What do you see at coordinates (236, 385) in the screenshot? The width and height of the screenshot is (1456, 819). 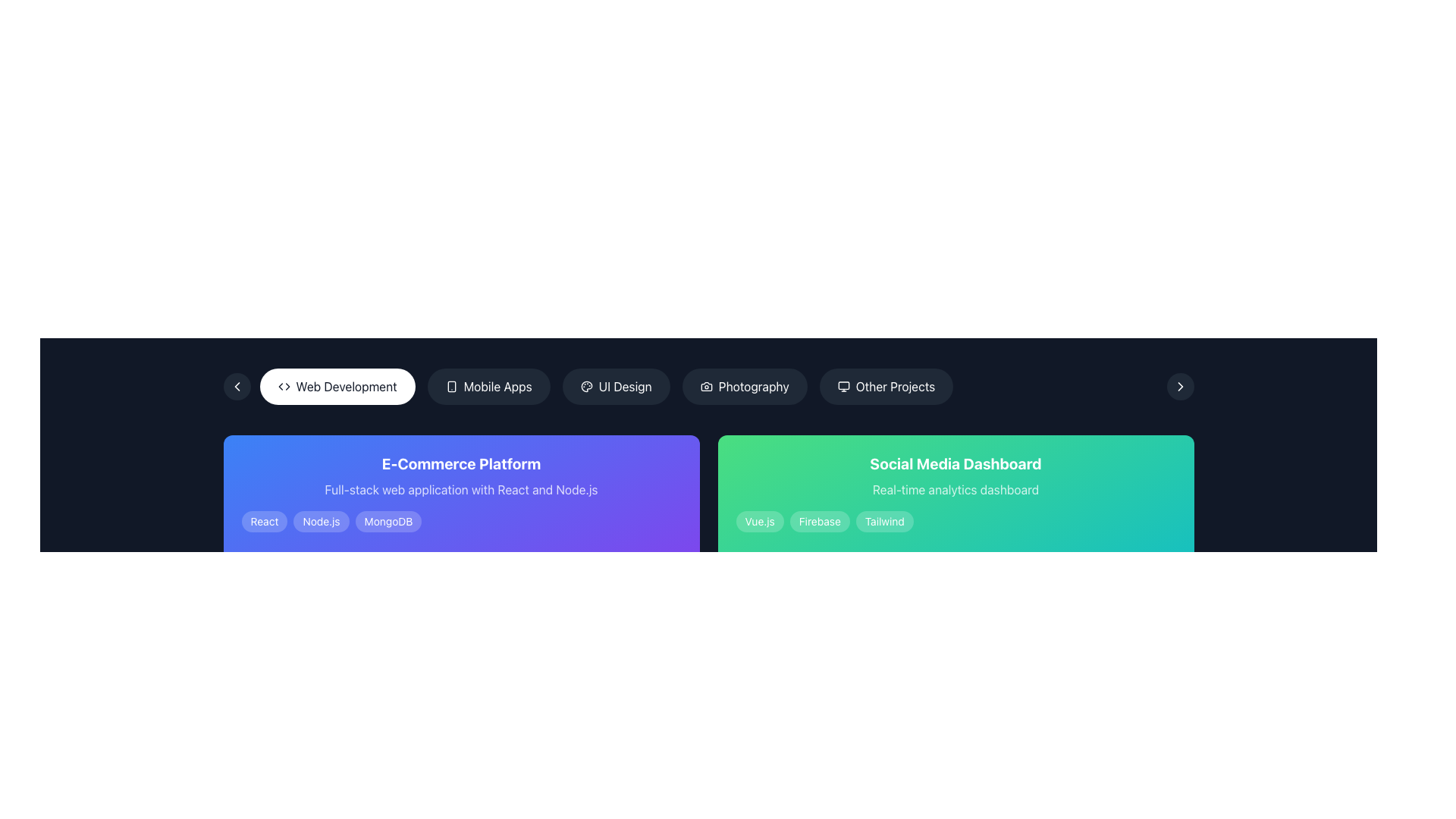 I see `the chevron left arrow icon inside the circular gray button located at the top left portion of the interface` at bounding box center [236, 385].